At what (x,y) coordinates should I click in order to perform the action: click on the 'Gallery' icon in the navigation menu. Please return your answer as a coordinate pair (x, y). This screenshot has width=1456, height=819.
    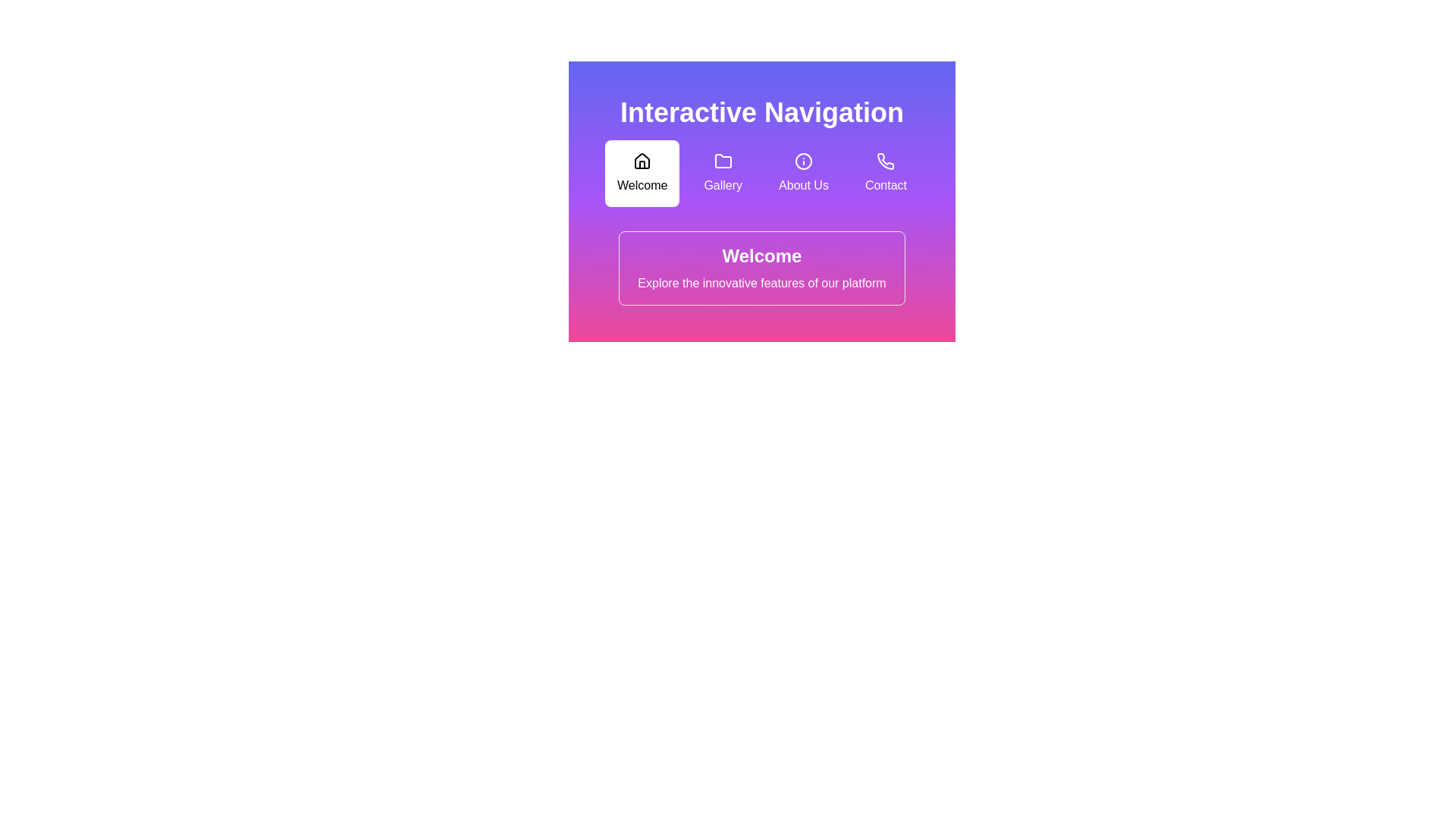
    Looking at the image, I should click on (722, 161).